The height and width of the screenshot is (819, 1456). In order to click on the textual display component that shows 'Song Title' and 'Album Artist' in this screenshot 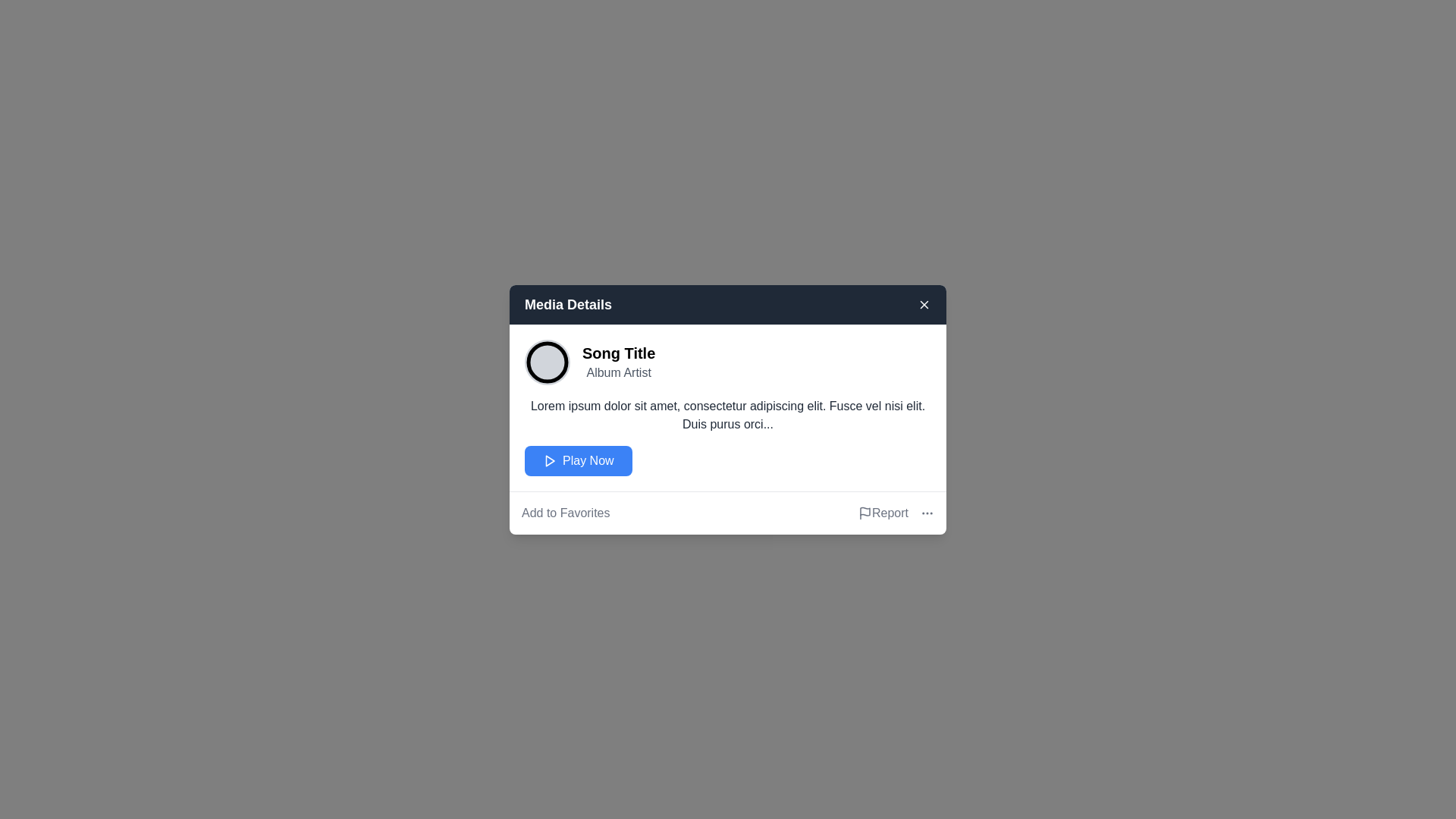, I will do `click(619, 362)`.